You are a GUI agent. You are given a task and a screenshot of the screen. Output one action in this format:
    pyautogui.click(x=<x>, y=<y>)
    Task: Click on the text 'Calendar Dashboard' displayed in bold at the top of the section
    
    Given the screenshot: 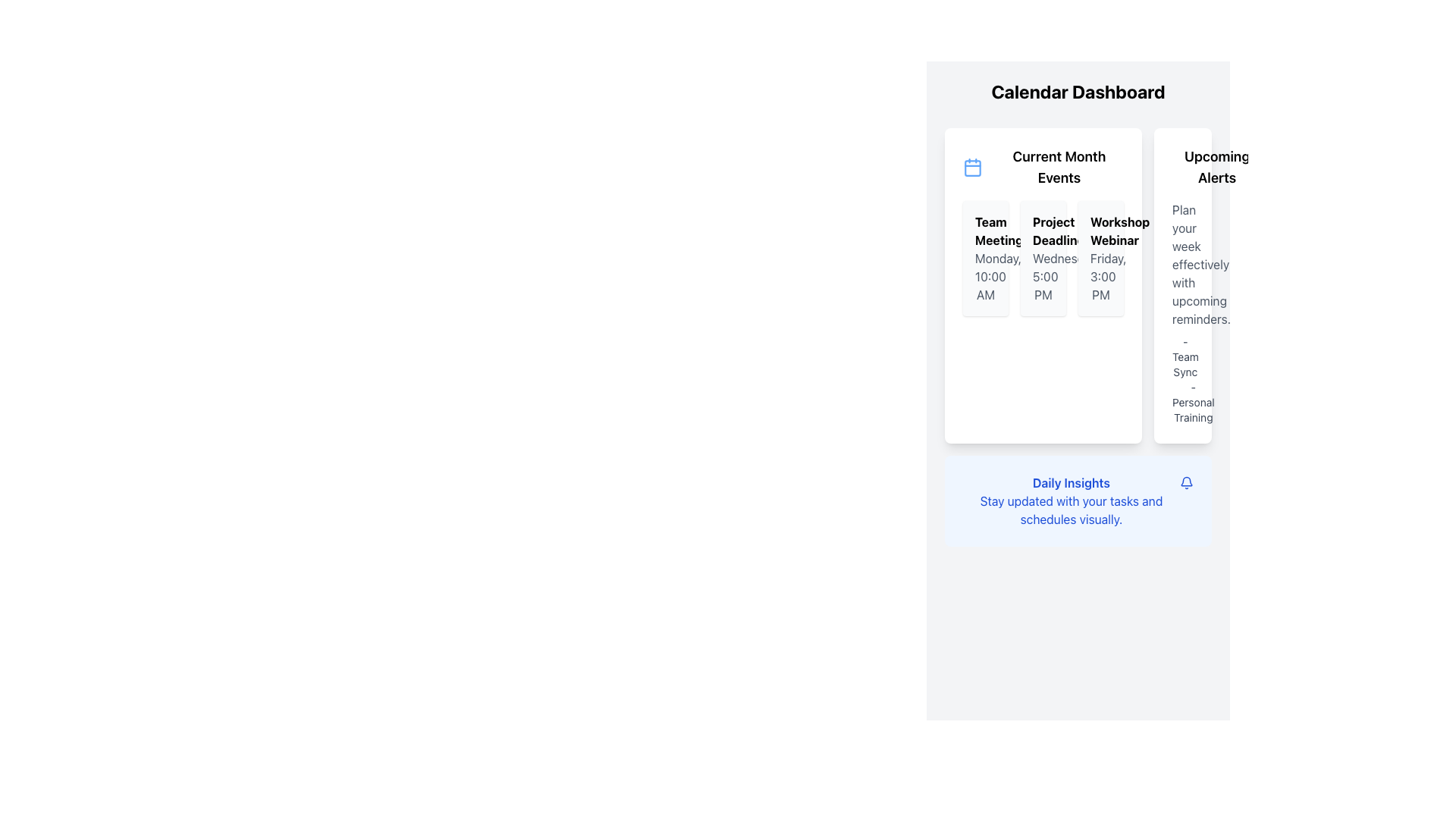 What is the action you would take?
    pyautogui.click(x=1077, y=91)
    